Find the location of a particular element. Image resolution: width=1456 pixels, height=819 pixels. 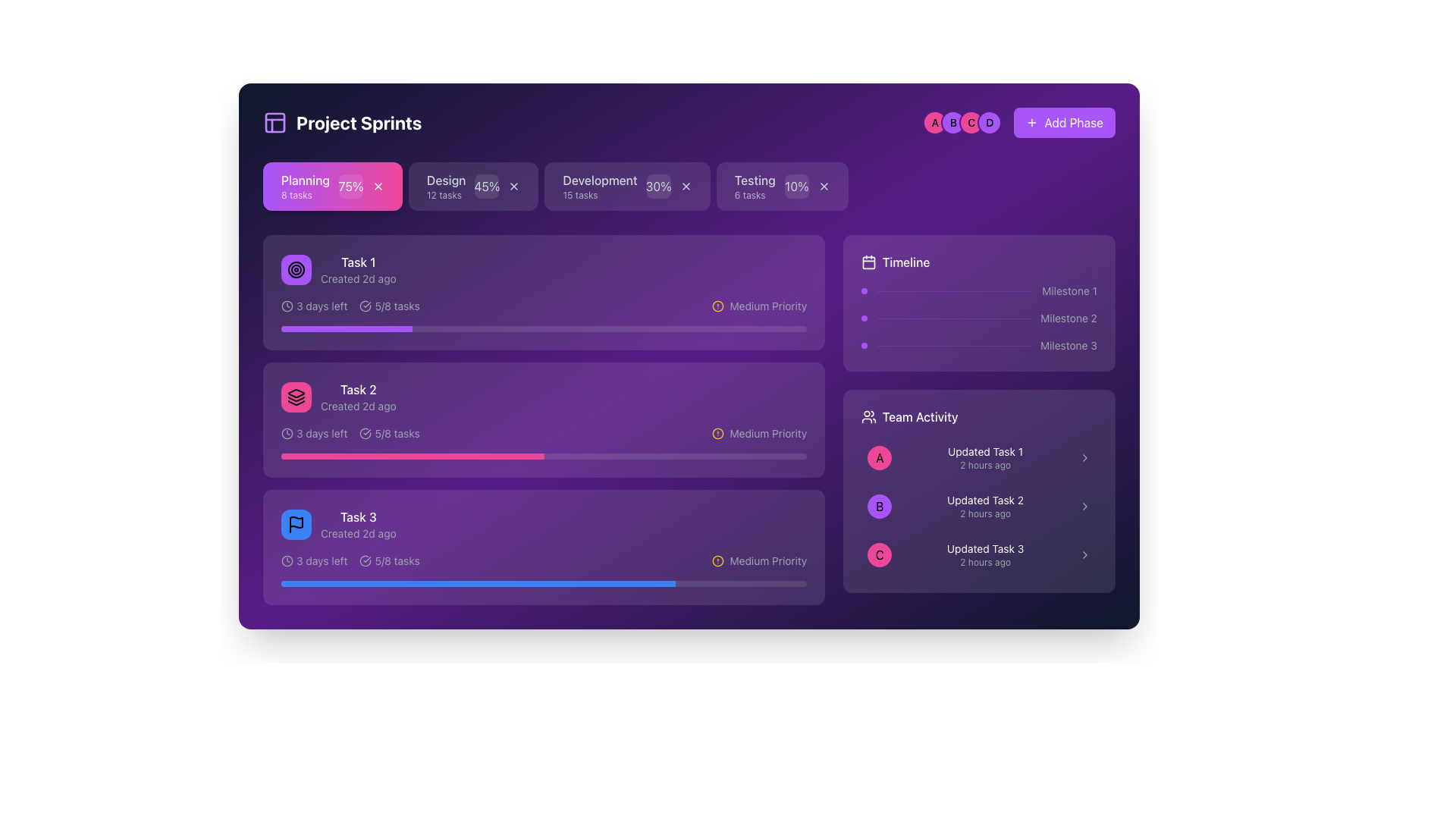

the first task card element that provides a title and a creation timestamp, positioned in the middle-left part of the interface, above 'Task 2' and below the Planning progress indicator is located at coordinates (357, 268).